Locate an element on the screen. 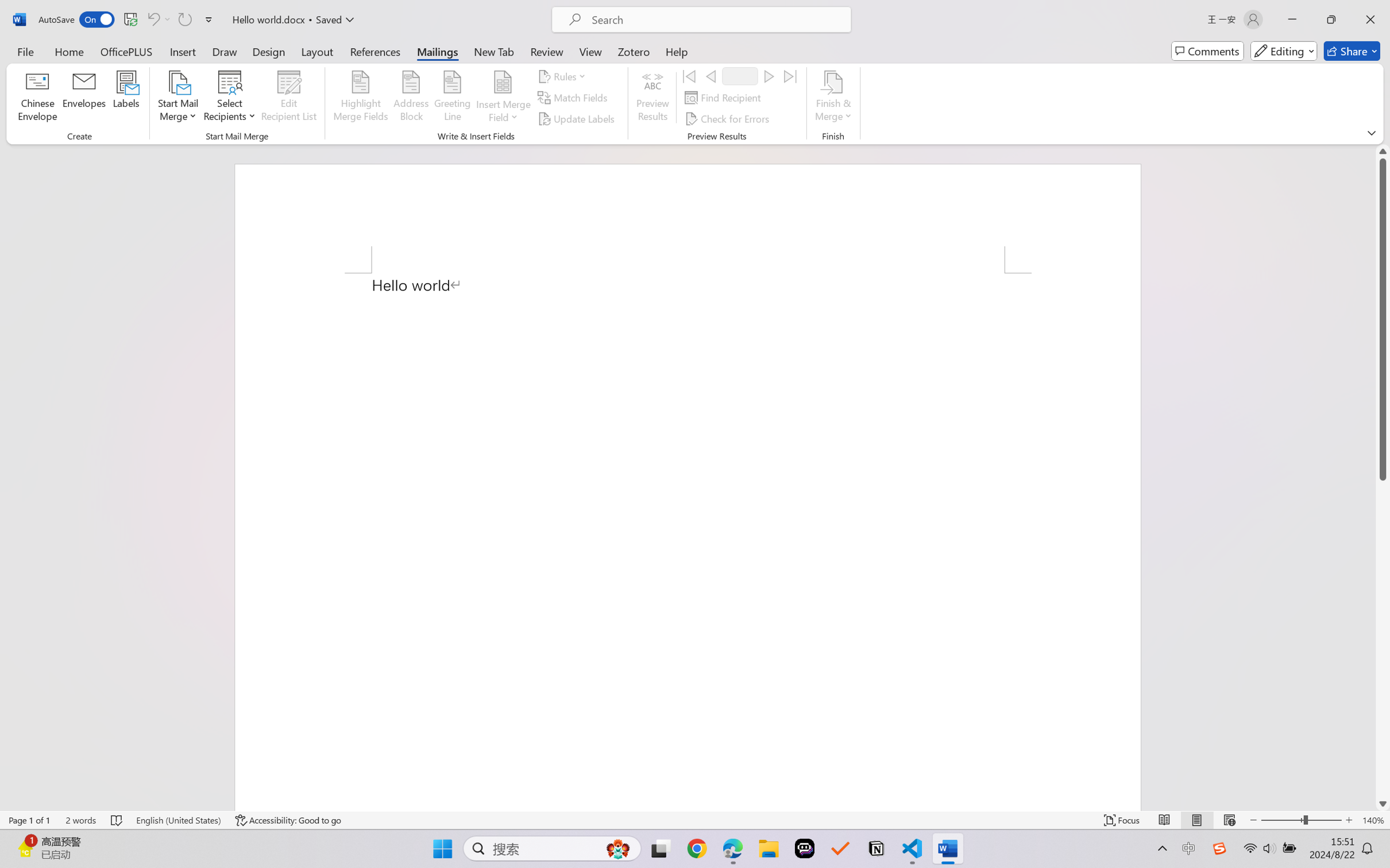  'Mode' is located at coordinates (1284, 51).